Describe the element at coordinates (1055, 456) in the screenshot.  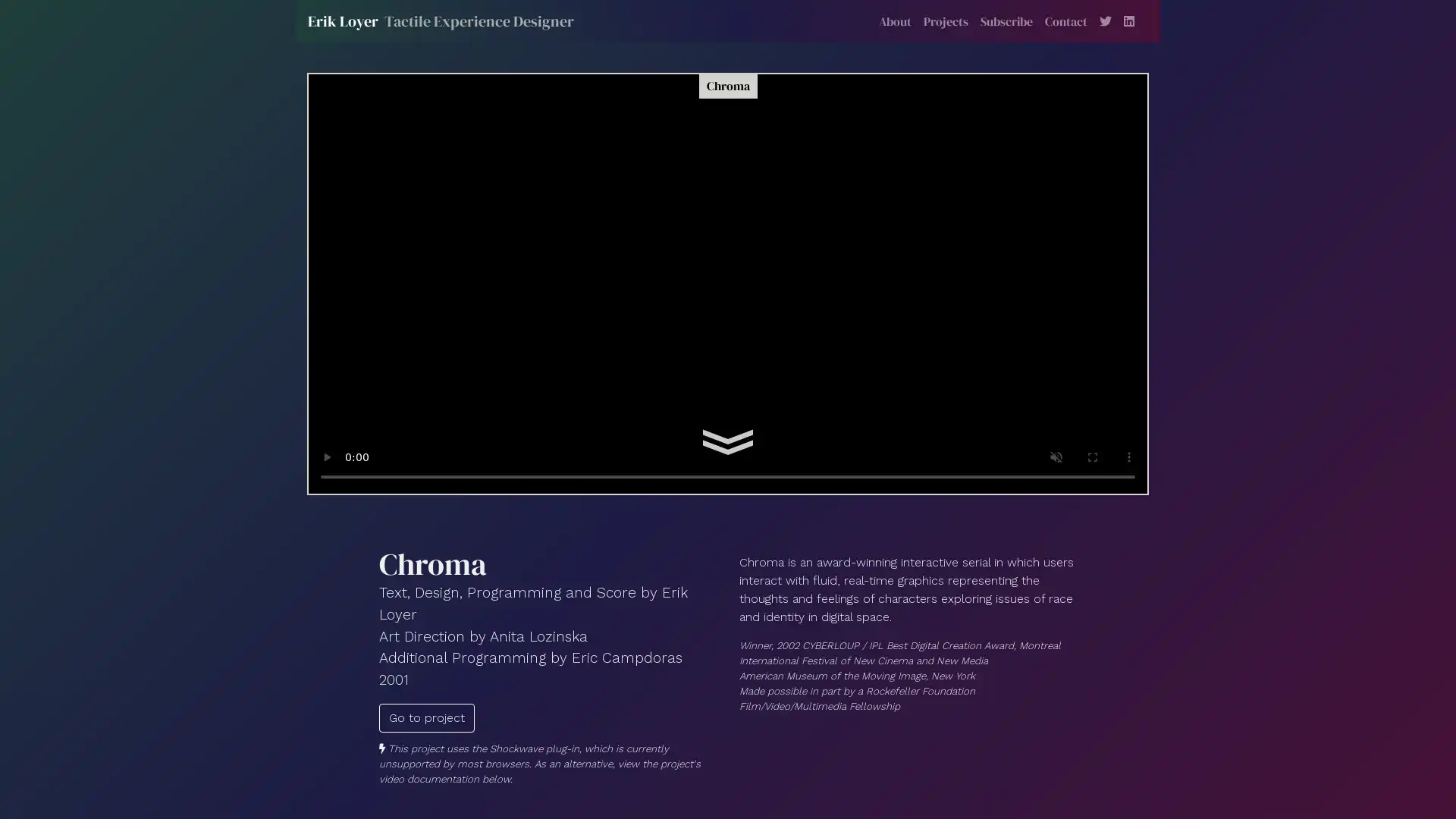
I see `unmute` at that location.